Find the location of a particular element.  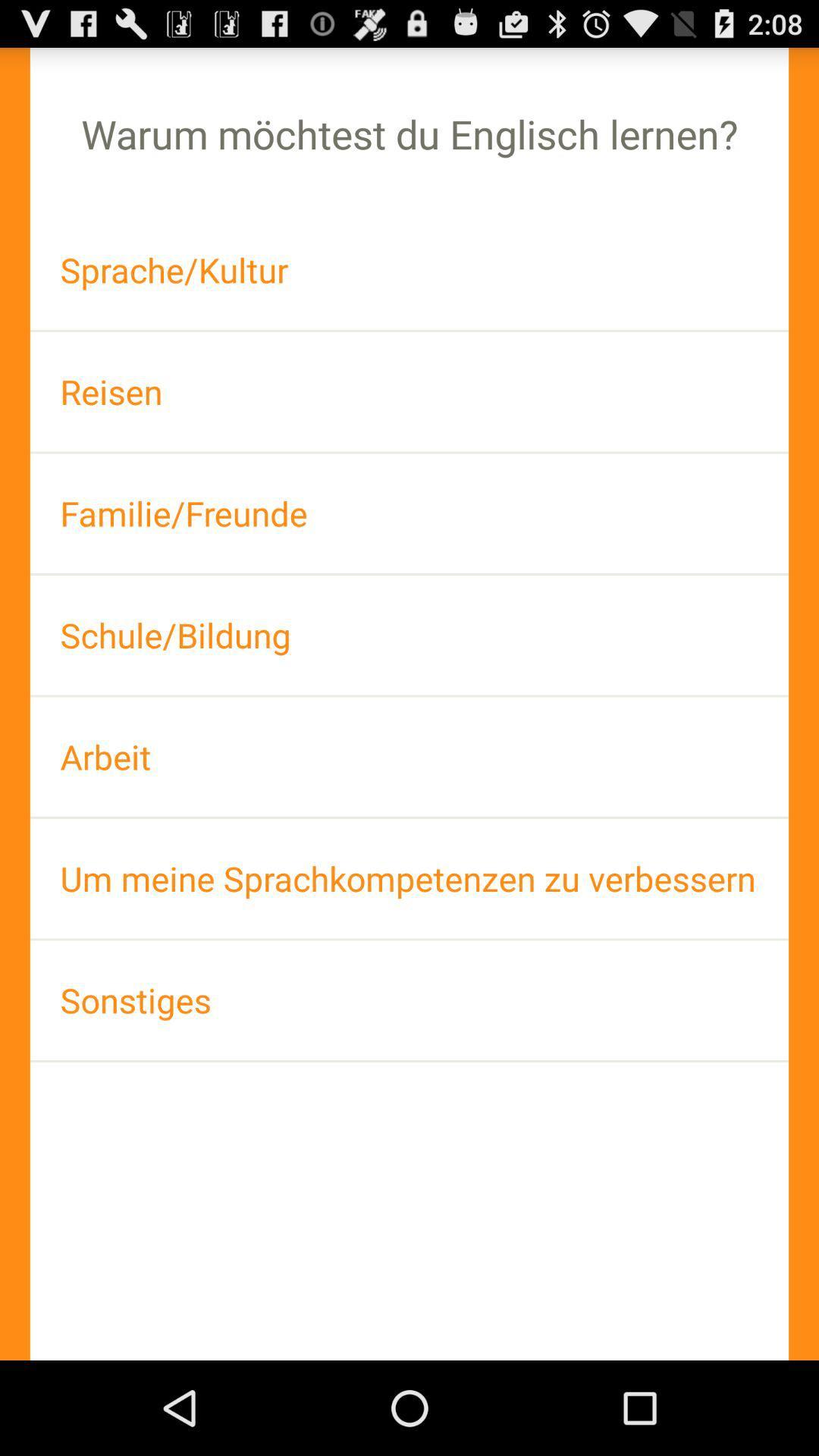

the app below the sprache/kultur item is located at coordinates (409, 391).